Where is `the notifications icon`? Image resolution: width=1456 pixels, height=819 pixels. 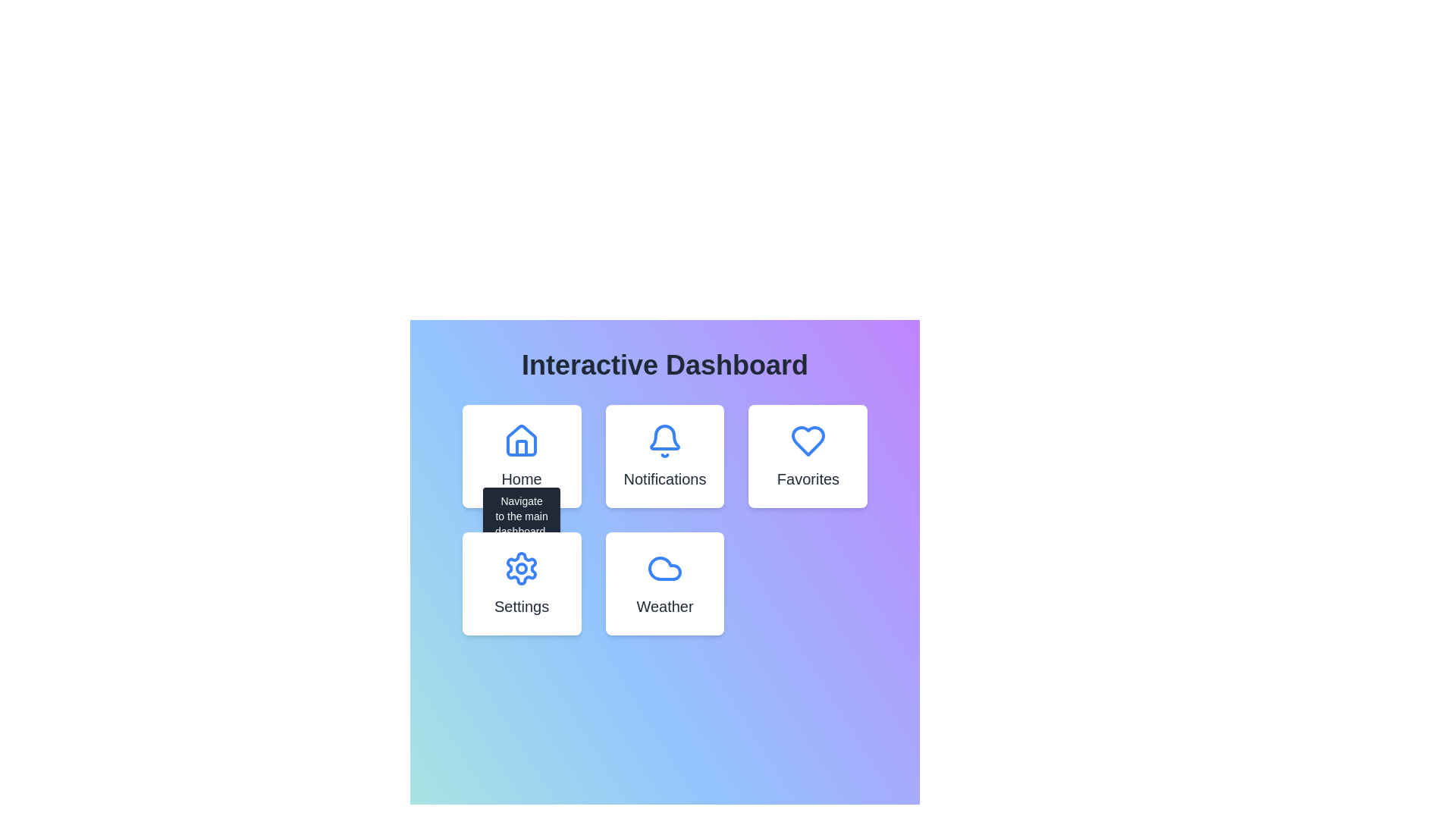
the notifications icon is located at coordinates (665, 441).